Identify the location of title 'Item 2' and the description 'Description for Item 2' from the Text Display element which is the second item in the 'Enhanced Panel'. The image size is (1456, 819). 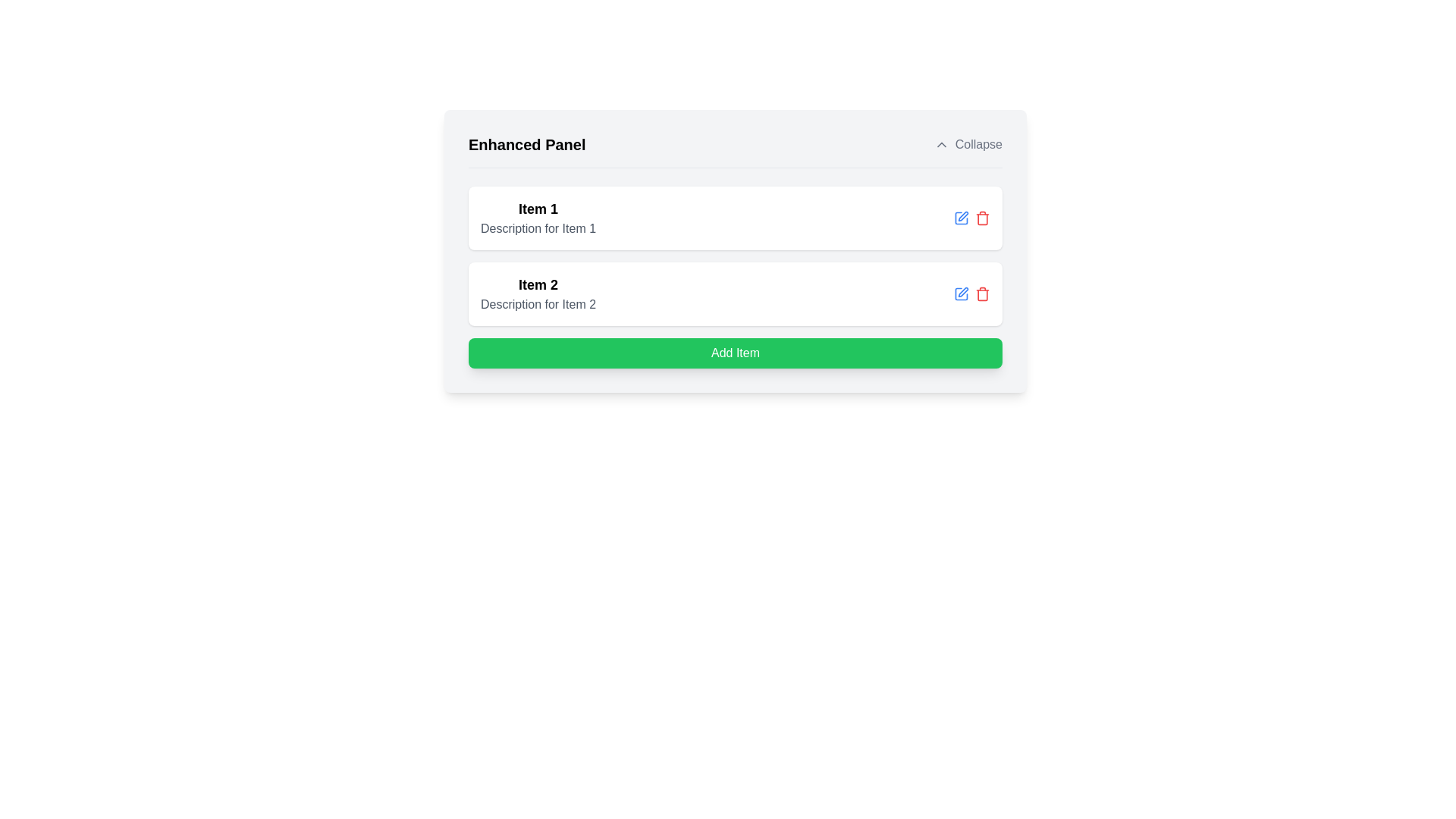
(538, 294).